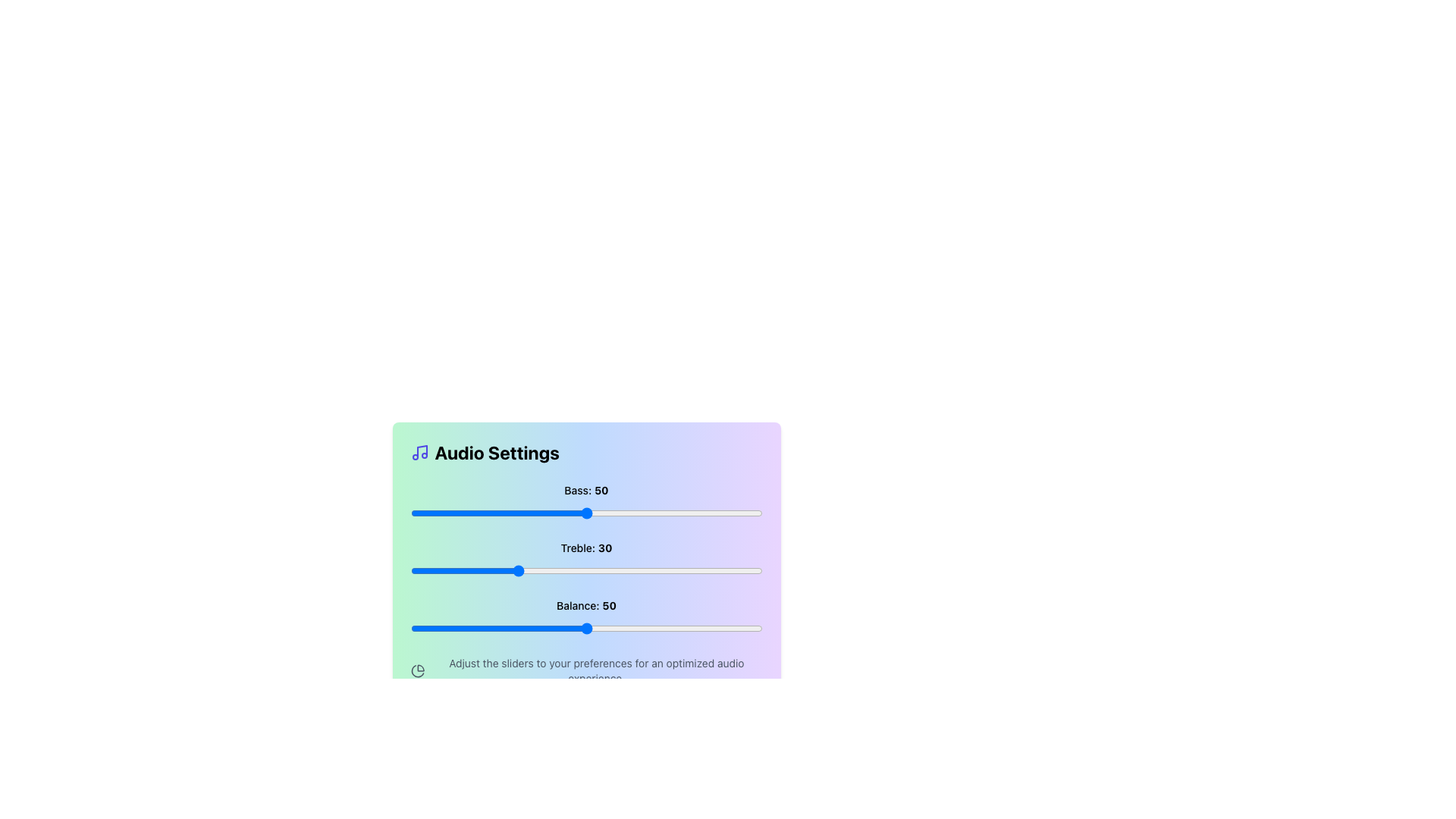 Image resolution: width=1456 pixels, height=819 pixels. Describe the element at coordinates (646, 629) in the screenshot. I see `balance` at that location.